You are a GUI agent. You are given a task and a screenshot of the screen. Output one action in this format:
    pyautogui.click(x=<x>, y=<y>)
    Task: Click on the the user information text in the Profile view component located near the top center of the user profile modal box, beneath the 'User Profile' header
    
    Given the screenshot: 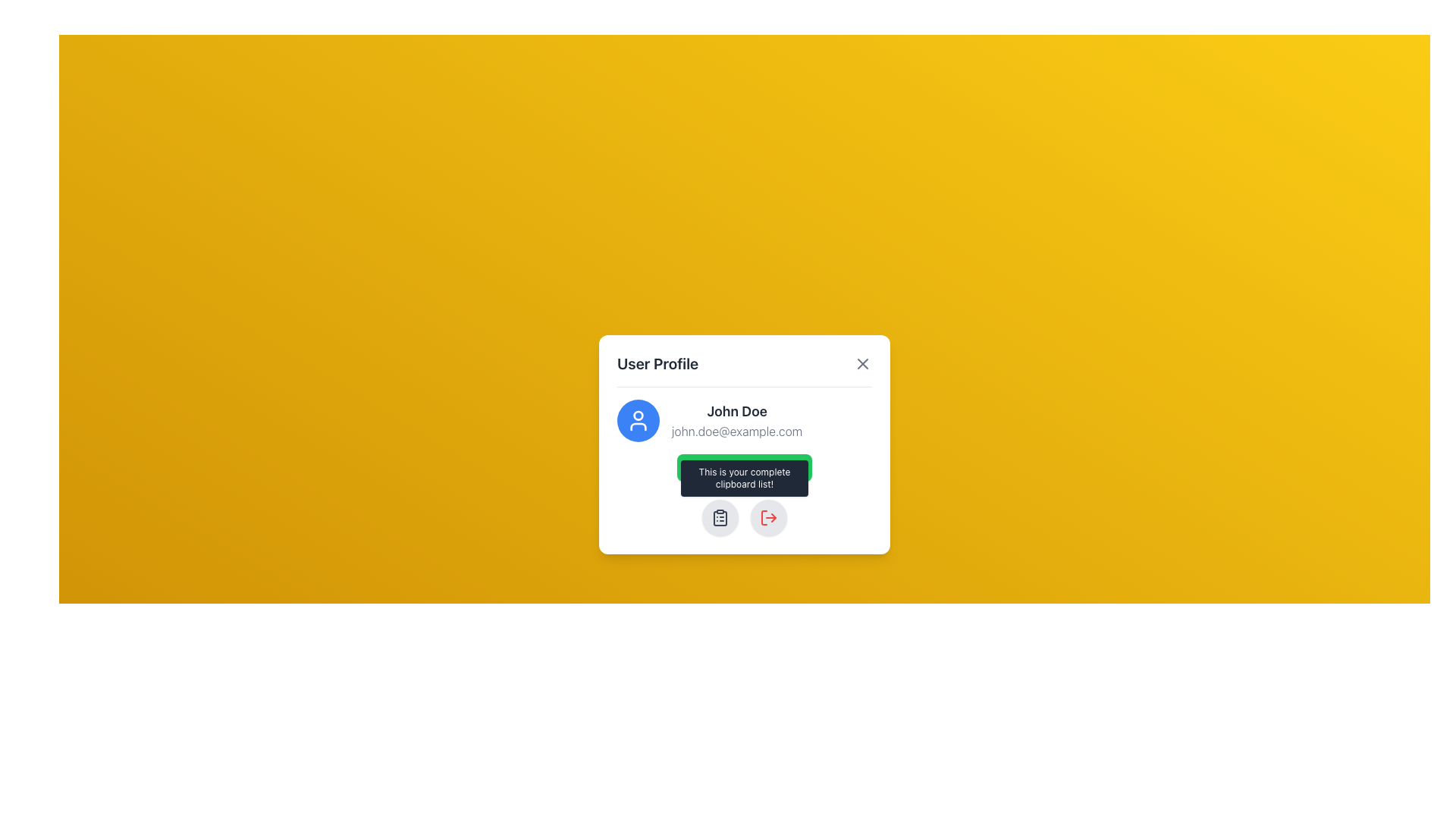 What is the action you would take?
    pyautogui.click(x=745, y=420)
    